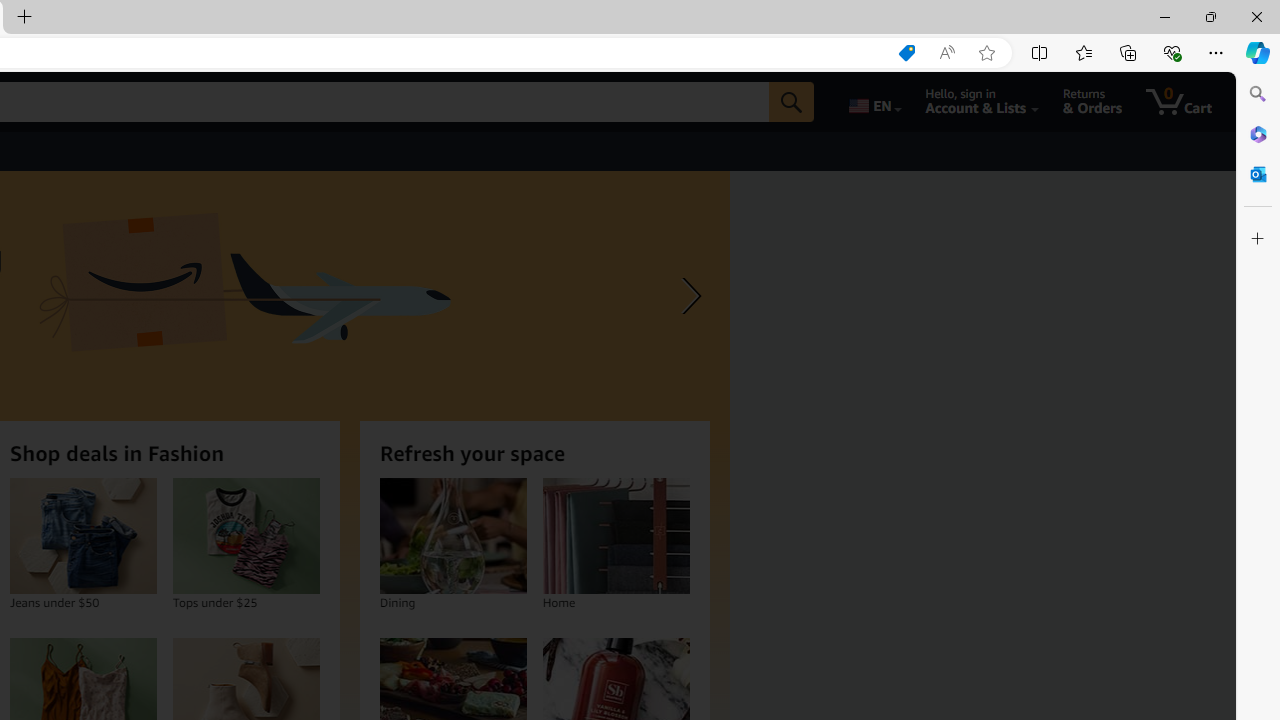 This screenshot has width=1280, height=720. Describe the element at coordinates (1257, 173) in the screenshot. I see `'Close Outlook pane'` at that location.